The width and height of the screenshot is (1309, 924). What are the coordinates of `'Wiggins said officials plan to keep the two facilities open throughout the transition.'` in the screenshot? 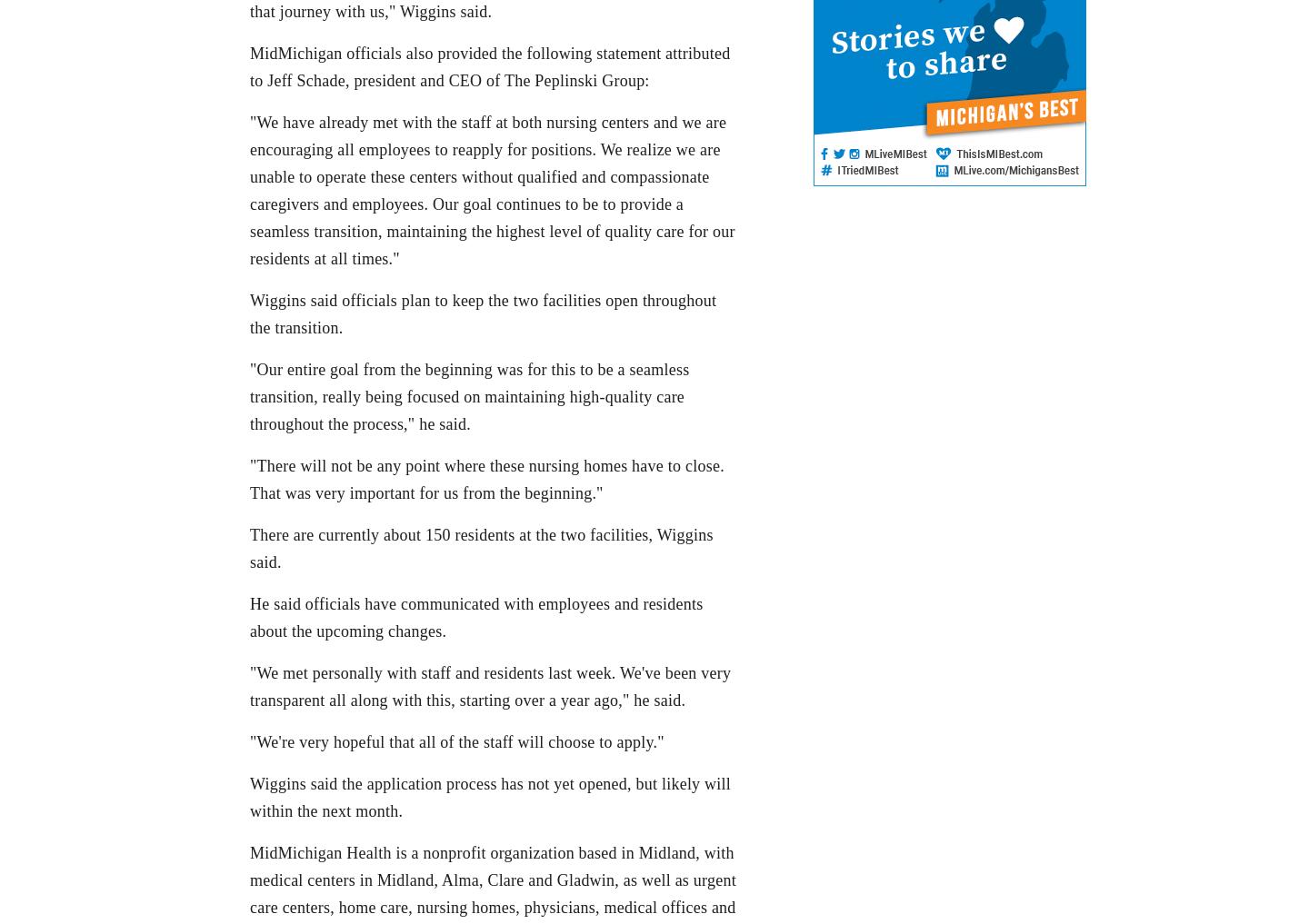 It's located at (249, 312).